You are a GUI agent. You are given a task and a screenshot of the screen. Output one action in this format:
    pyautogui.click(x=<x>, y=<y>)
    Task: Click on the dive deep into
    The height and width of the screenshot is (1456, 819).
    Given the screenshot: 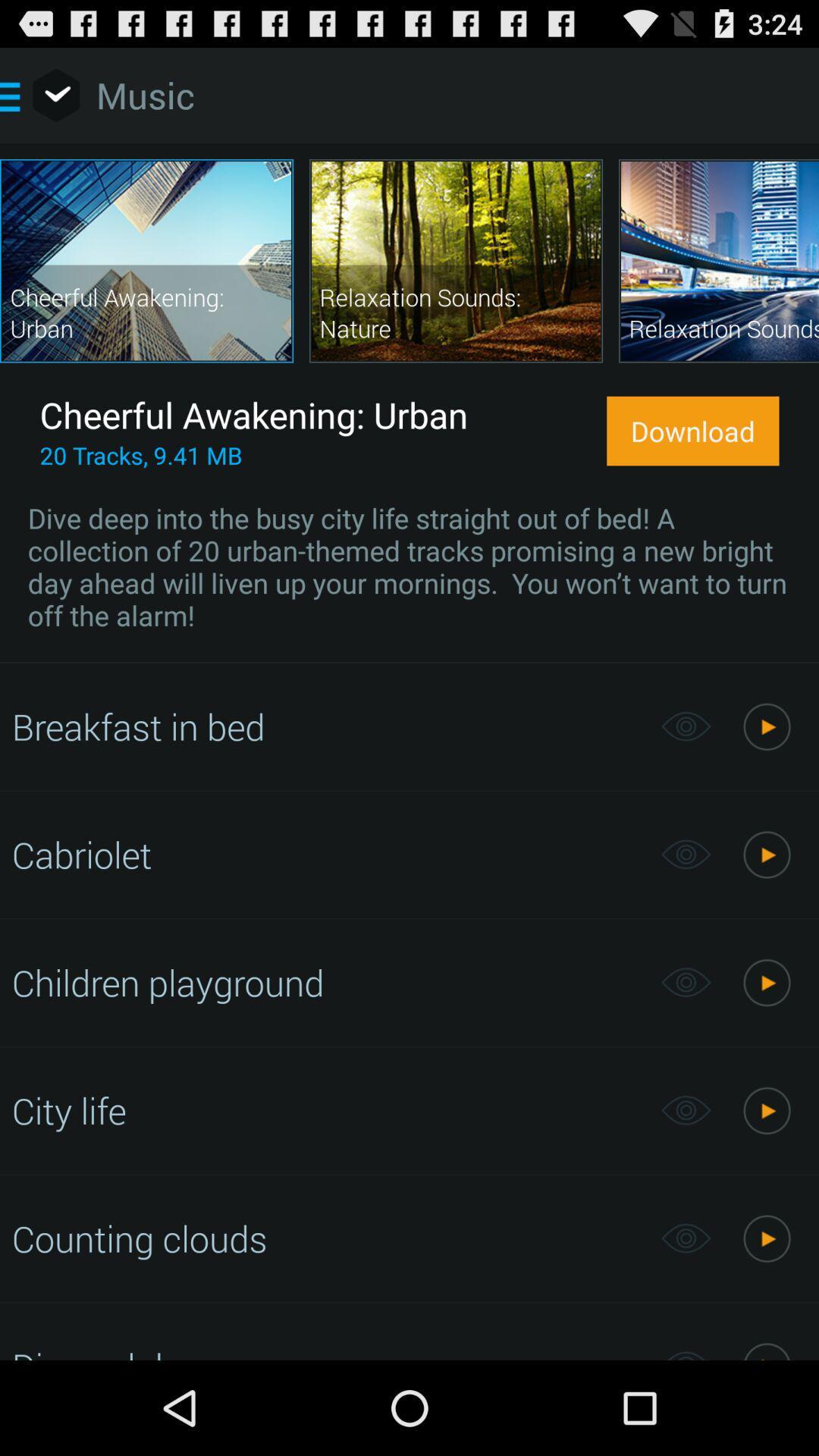 What is the action you would take?
    pyautogui.click(x=409, y=566)
    